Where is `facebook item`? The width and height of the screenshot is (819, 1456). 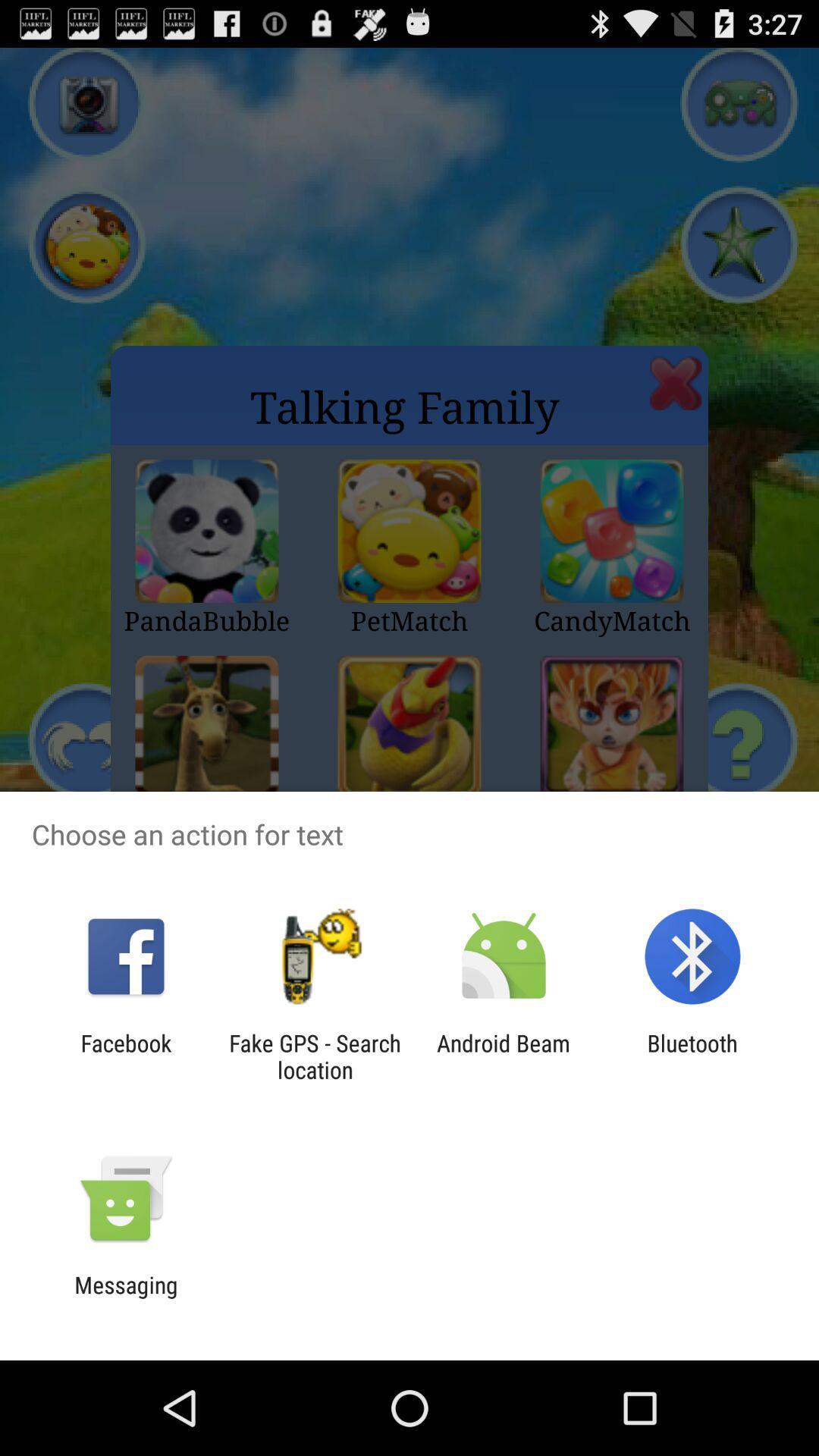
facebook item is located at coordinates (125, 1056).